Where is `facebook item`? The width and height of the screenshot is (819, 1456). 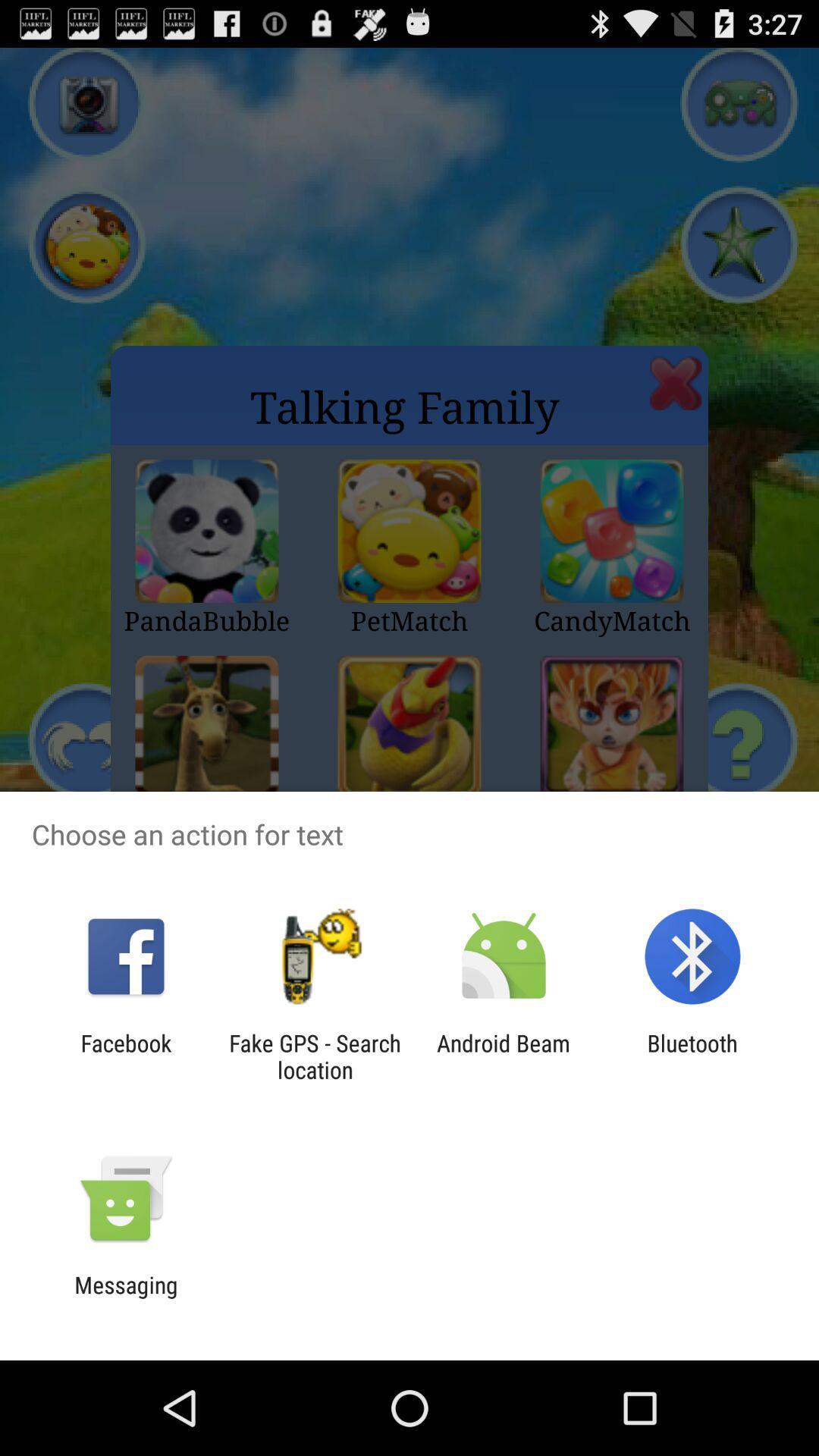
facebook item is located at coordinates (125, 1056).